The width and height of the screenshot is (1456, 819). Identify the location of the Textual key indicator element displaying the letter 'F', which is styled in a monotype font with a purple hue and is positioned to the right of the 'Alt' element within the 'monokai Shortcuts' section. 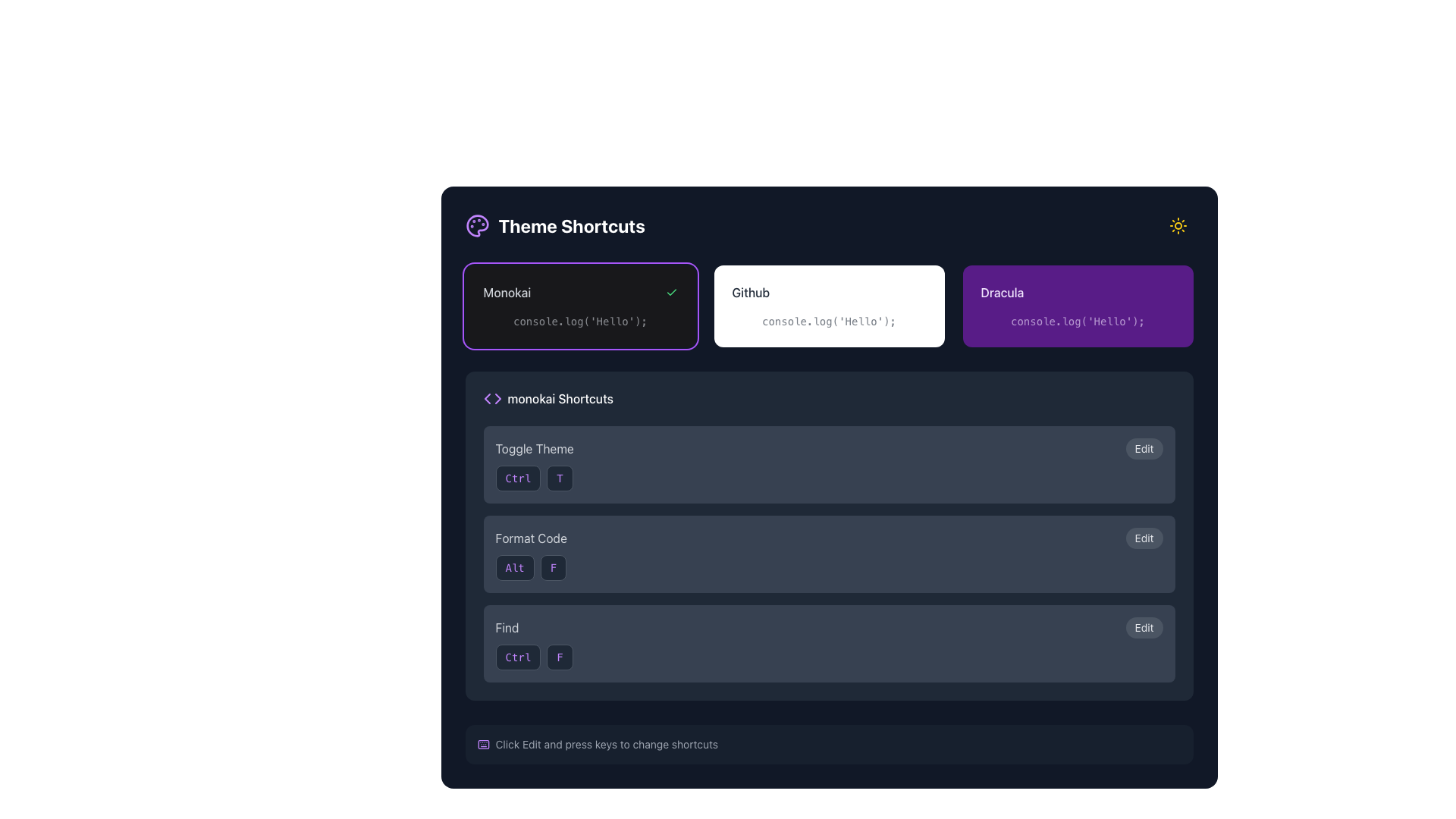
(552, 567).